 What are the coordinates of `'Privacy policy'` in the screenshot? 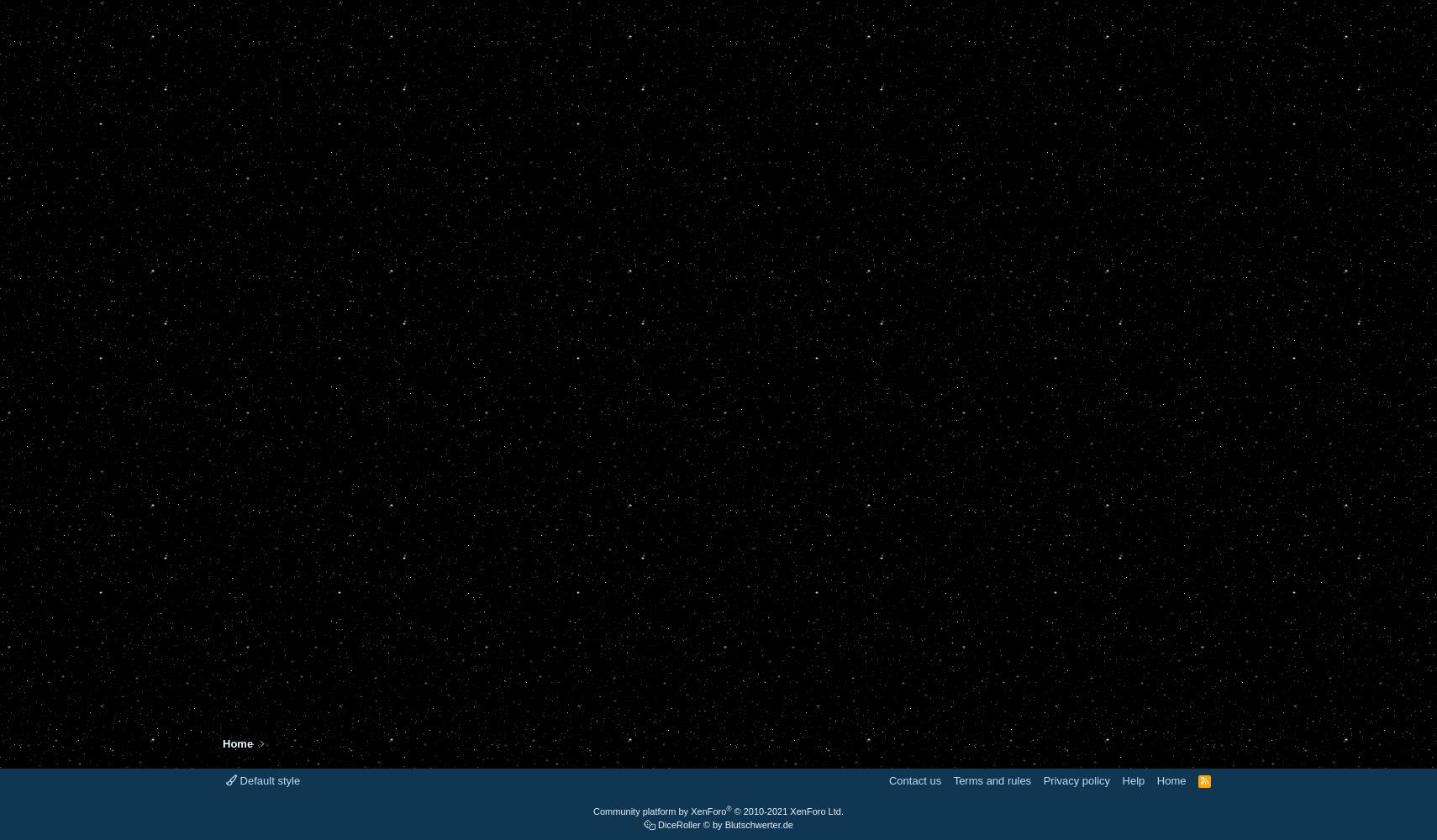 It's located at (1075, 780).